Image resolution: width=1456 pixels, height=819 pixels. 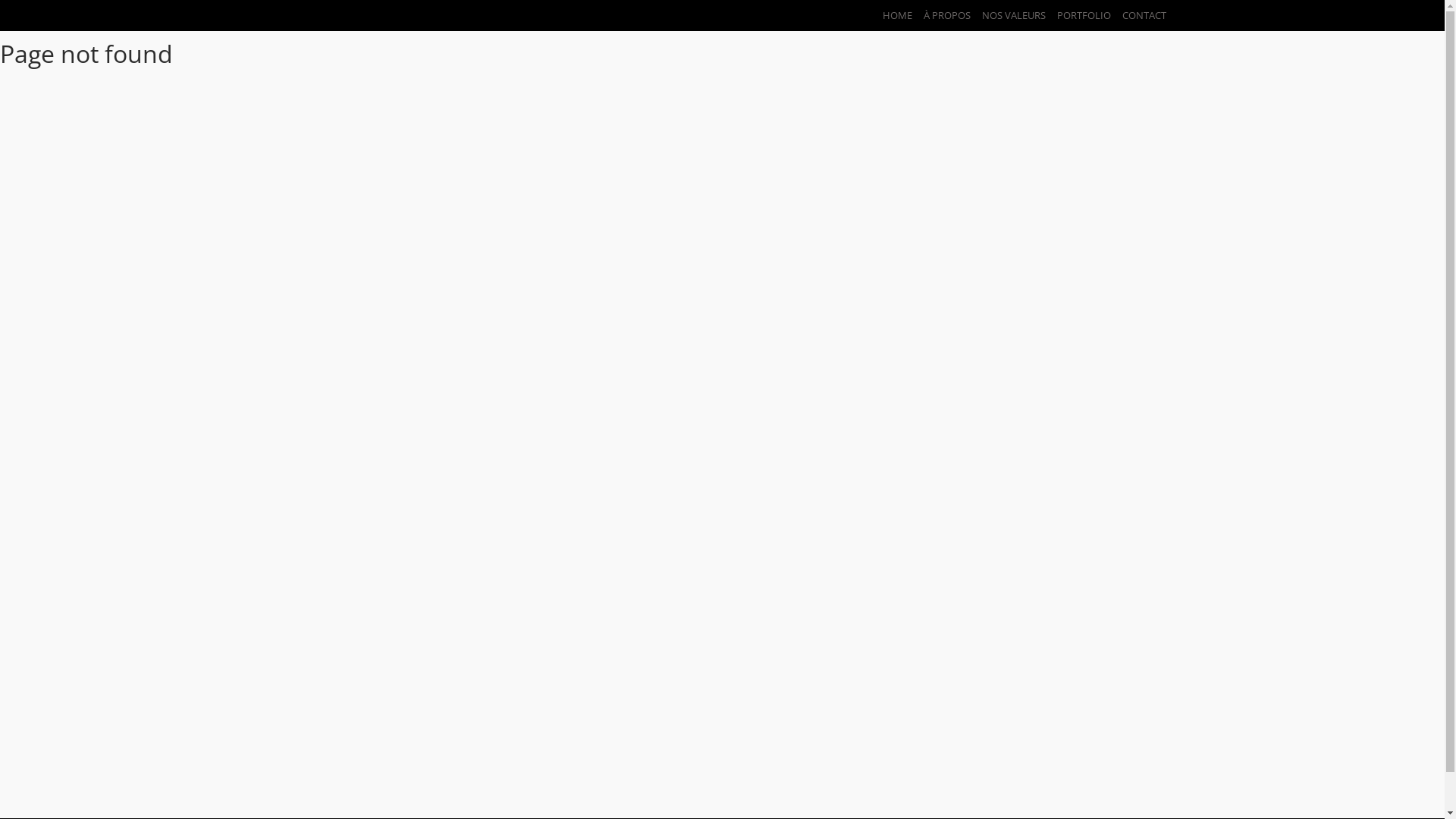 I want to click on 'CONTACT', so click(x=1137, y=14).